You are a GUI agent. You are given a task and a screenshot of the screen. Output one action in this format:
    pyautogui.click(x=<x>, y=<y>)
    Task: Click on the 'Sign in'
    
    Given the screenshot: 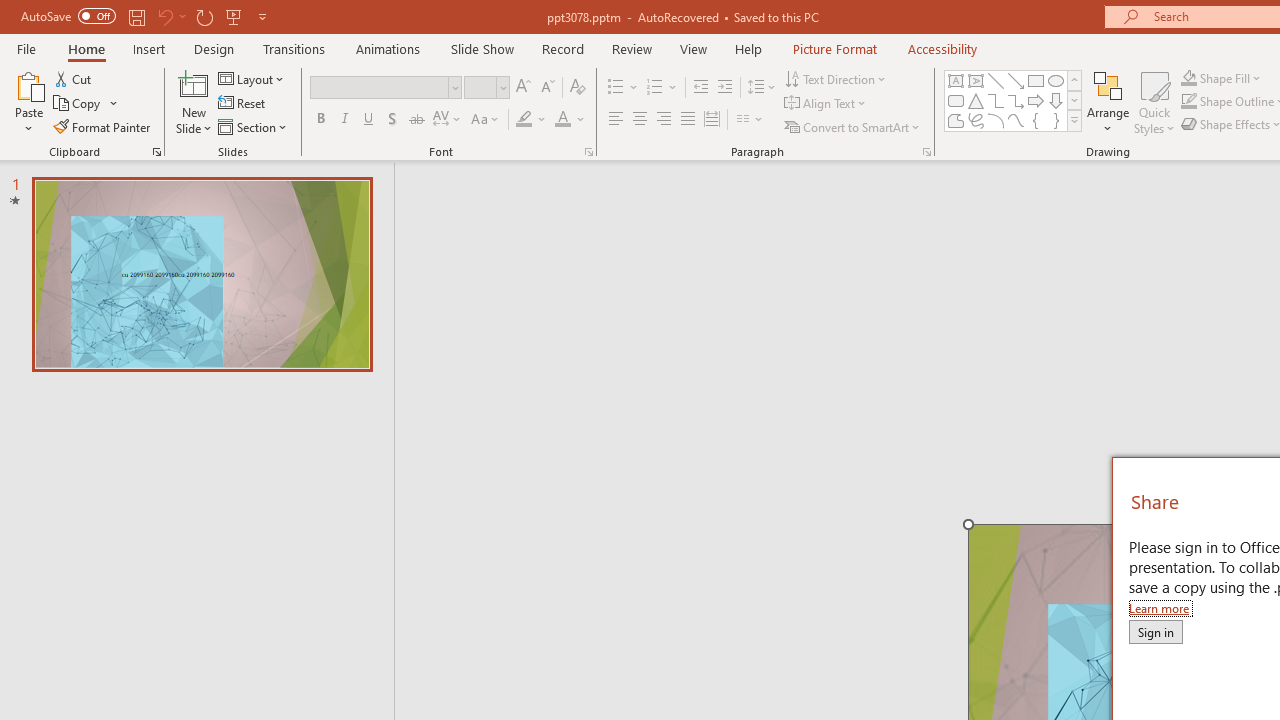 What is the action you would take?
    pyautogui.click(x=1155, y=631)
    